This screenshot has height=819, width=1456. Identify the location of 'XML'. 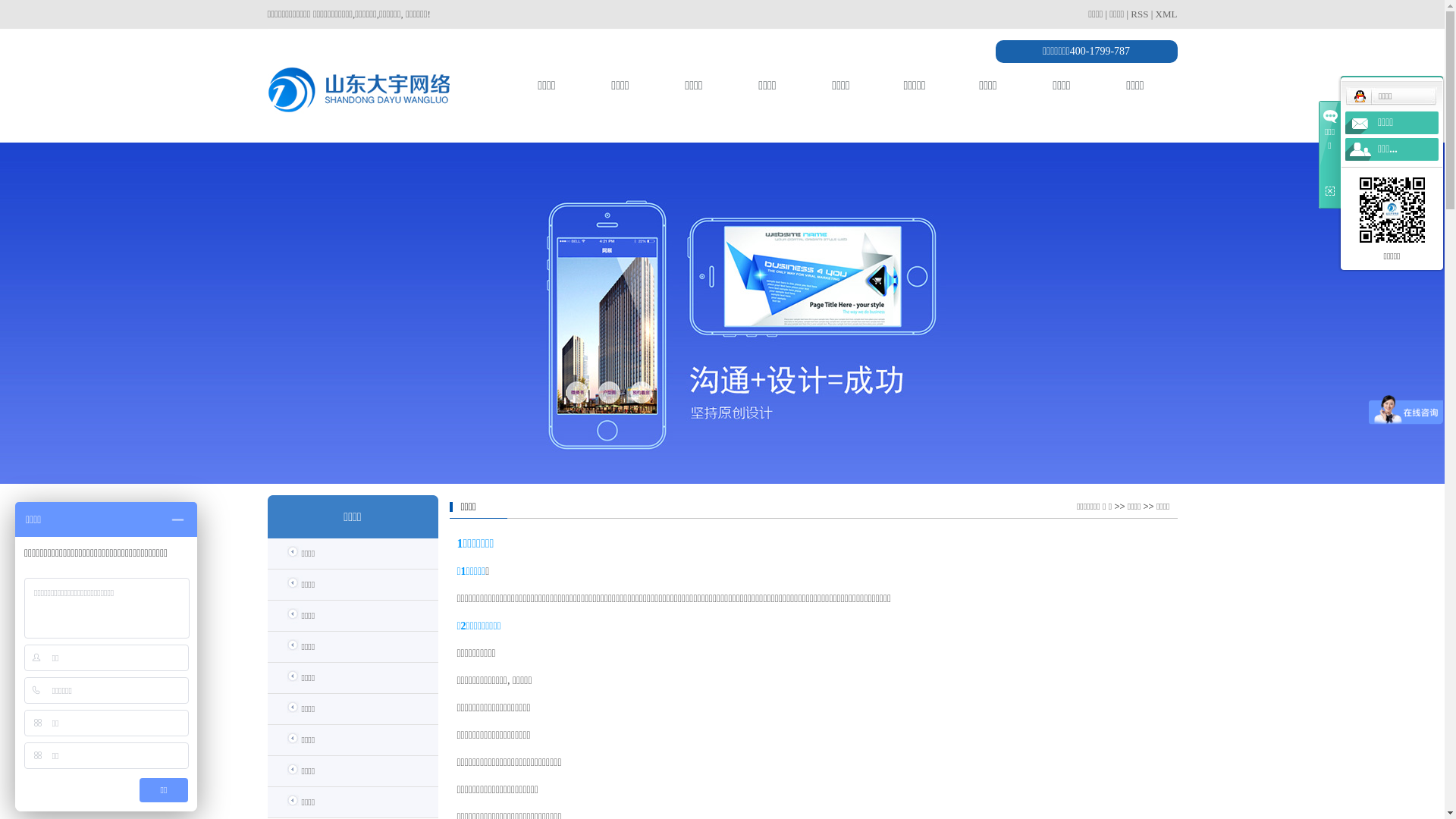
(1154, 14).